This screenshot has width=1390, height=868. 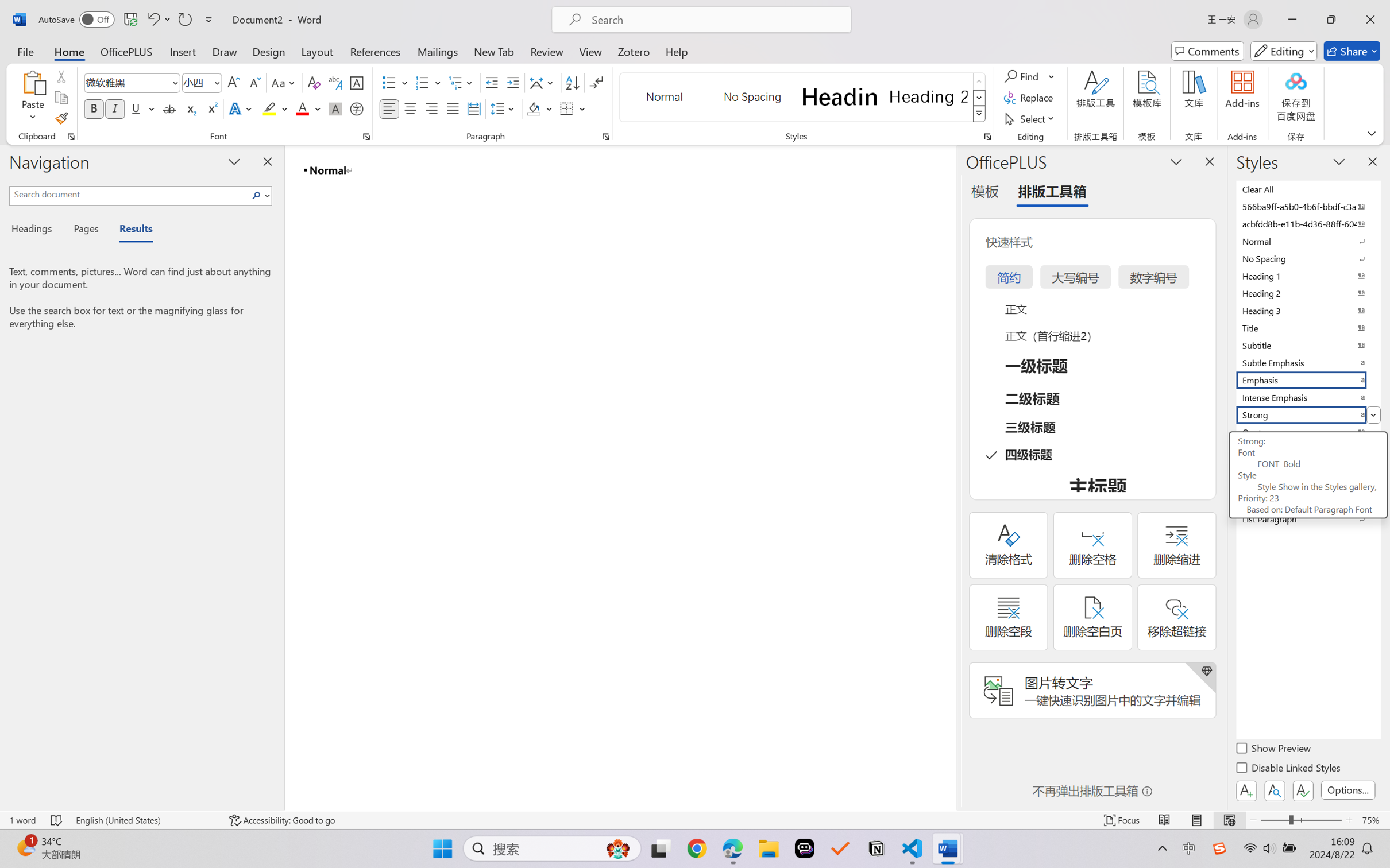 What do you see at coordinates (1307, 397) in the screenshot?
I see `'Intense Emphasis'` at bounding box center [1307, 397].